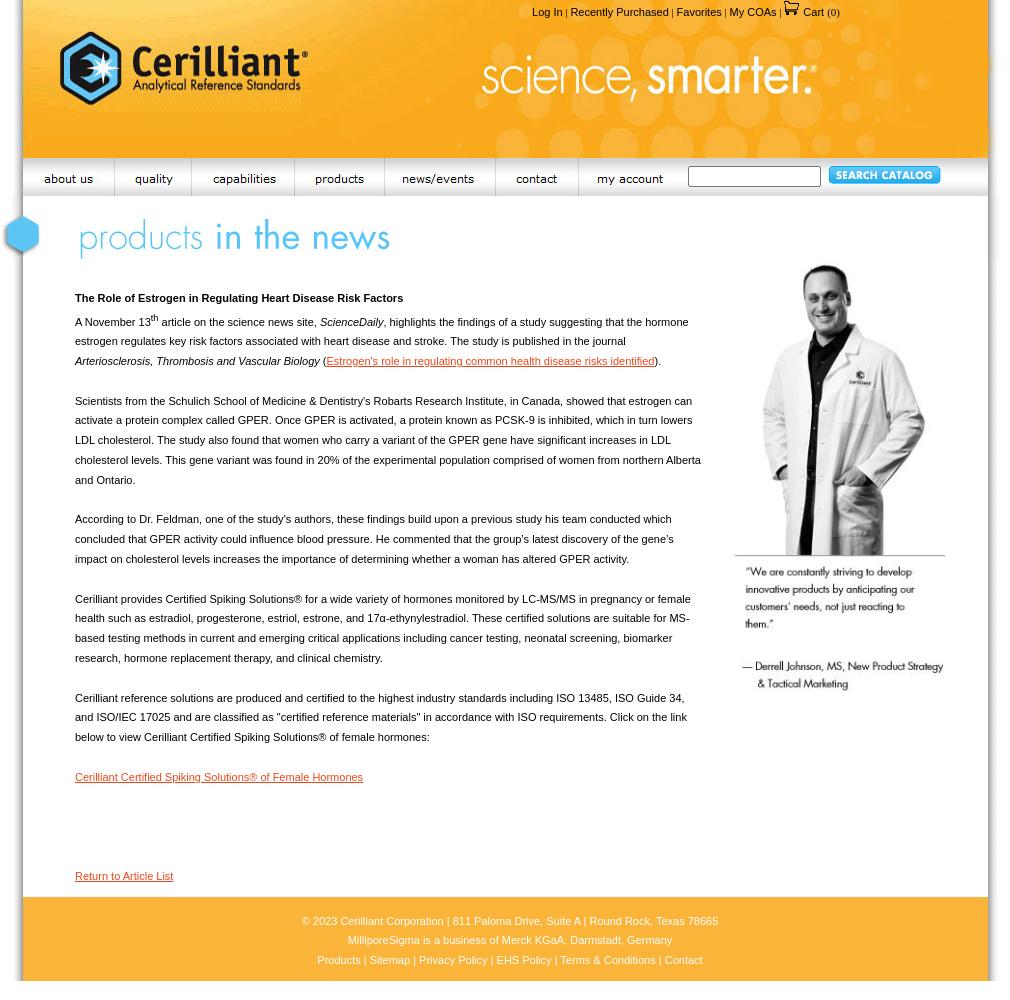  I want to click on 'Cerilliant
Certified Spiking Solutions® of Female Hormones', so click(217, 776).